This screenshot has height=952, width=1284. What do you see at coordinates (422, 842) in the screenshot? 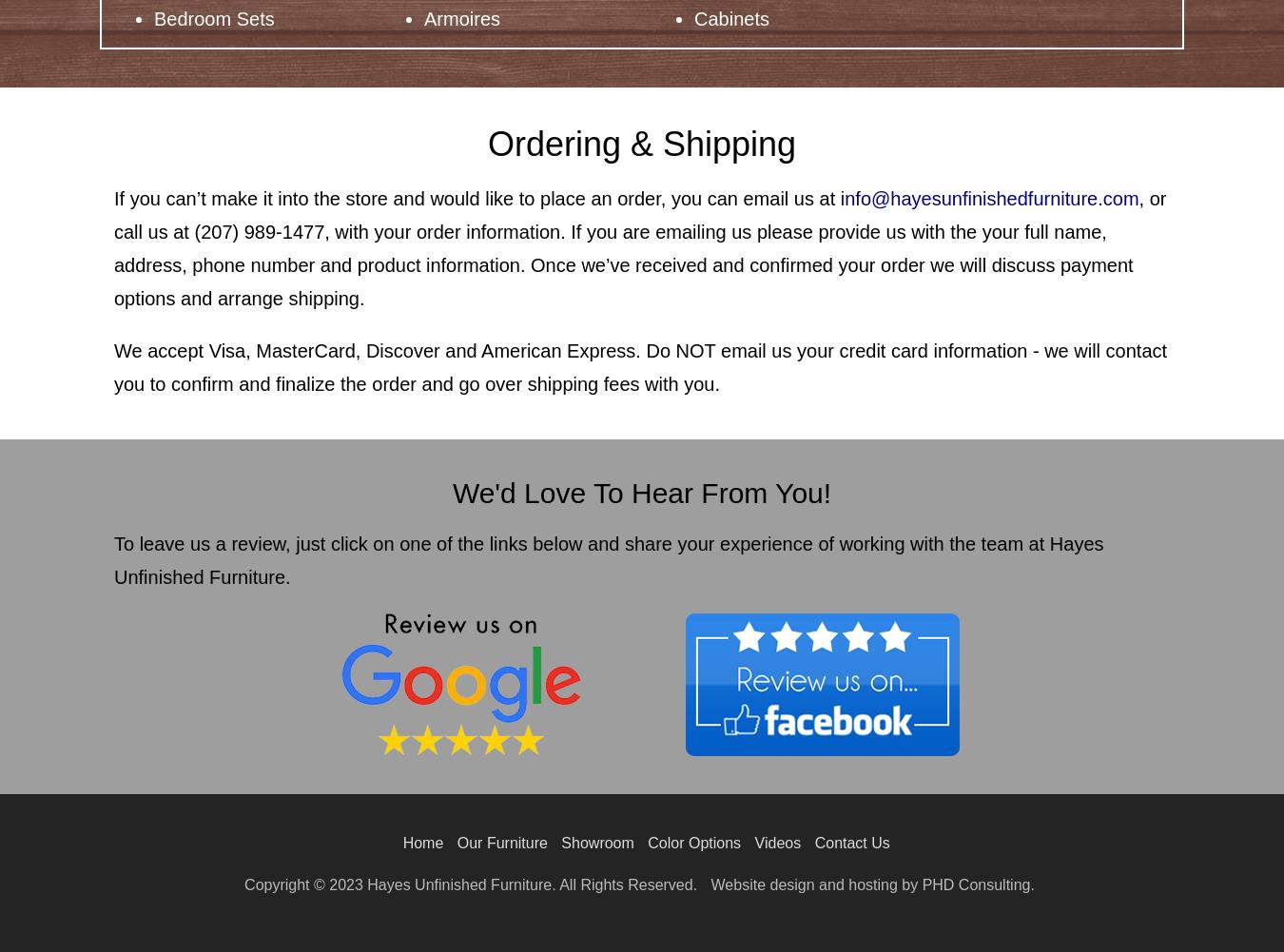
I see `'Home'` at bounding box center [422, 842].